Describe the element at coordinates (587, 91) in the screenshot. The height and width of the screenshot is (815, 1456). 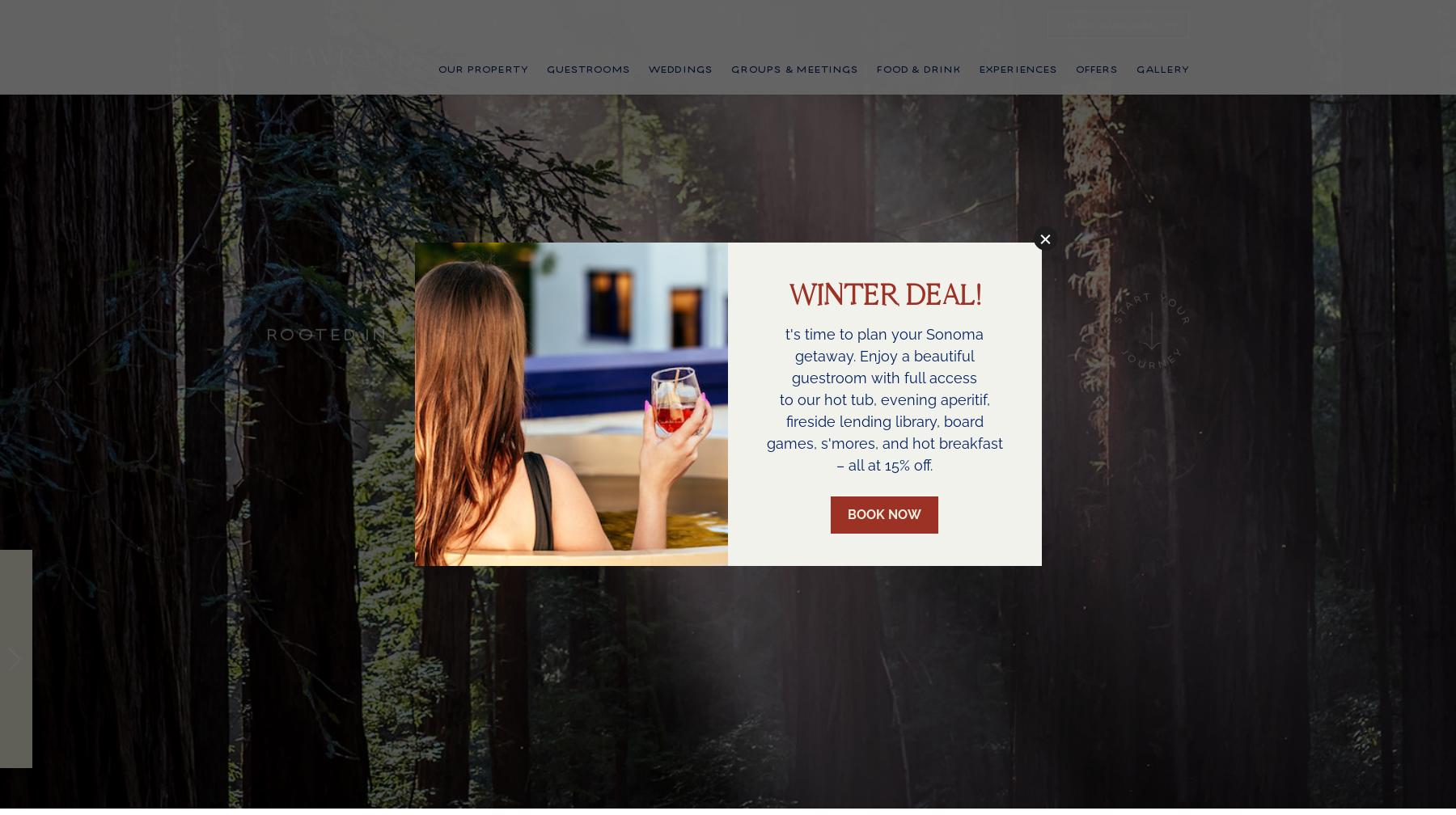
I see `'Guestrooms'` at that location.